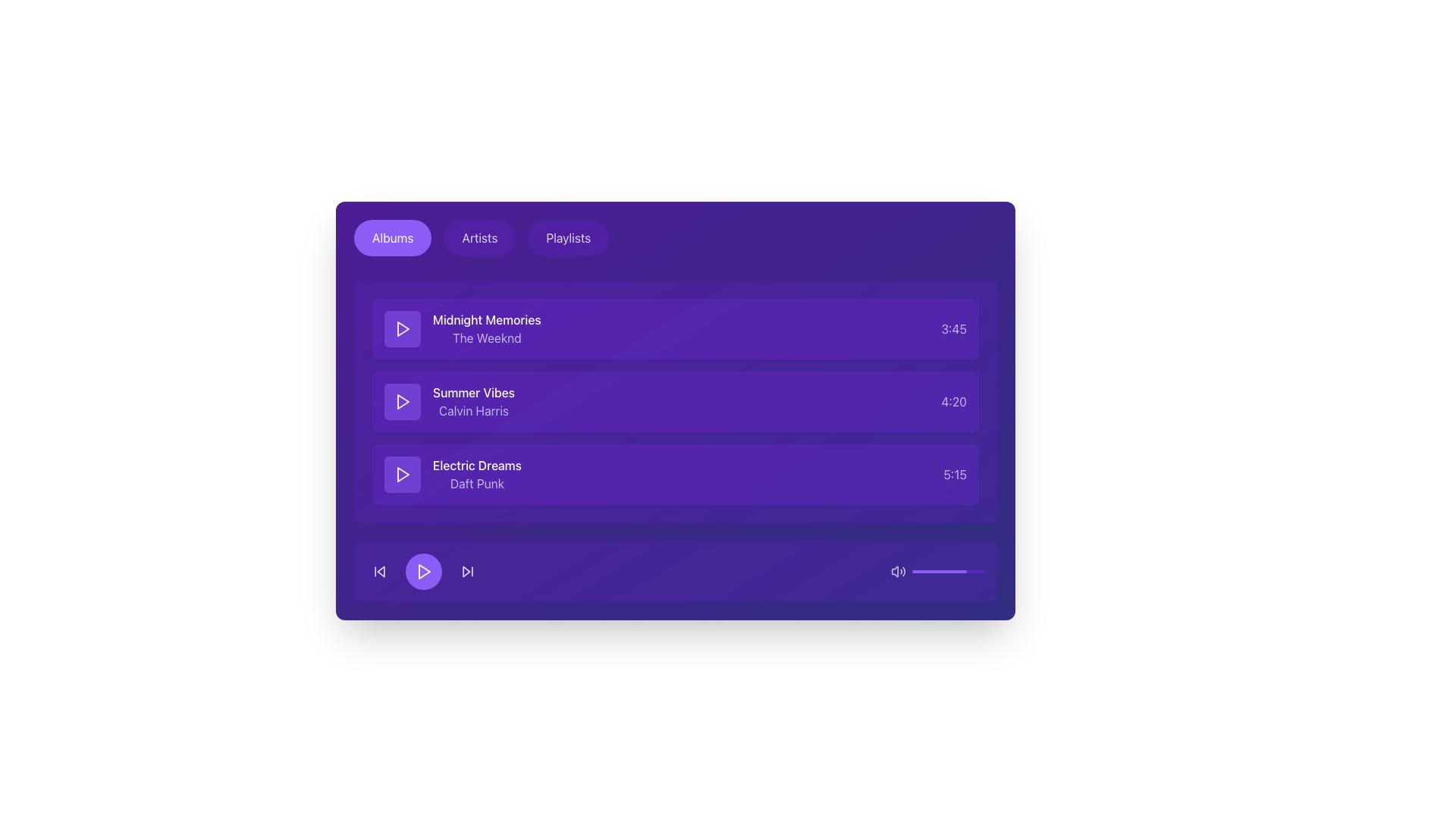  What do you see at coordinates (403, 328) in the screenshot?
I see `the play button, which is a light violet triangular icon within a rounded violet square, located in the top-left corner of the music track list next to 'Midnight Memories by The Weeknd'` at bounding box center [403, 328].